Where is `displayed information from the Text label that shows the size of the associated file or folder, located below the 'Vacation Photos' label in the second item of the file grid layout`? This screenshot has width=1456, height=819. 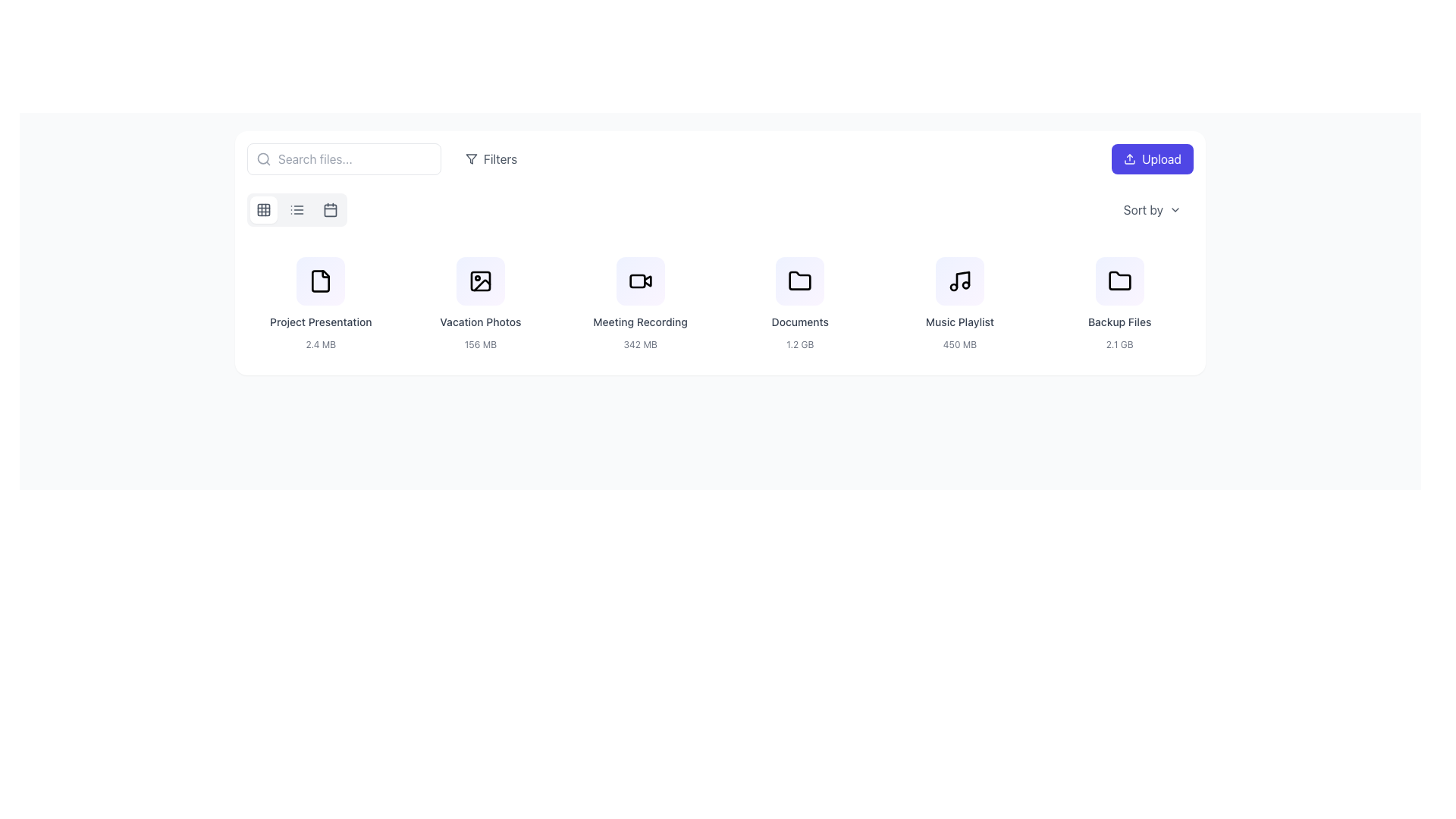 displayed information from the Text label that shows the size of the associated file or folder, located below the 'Vacation Photos' label in the second item of the file grid layout is located at coordinates (479, 345).